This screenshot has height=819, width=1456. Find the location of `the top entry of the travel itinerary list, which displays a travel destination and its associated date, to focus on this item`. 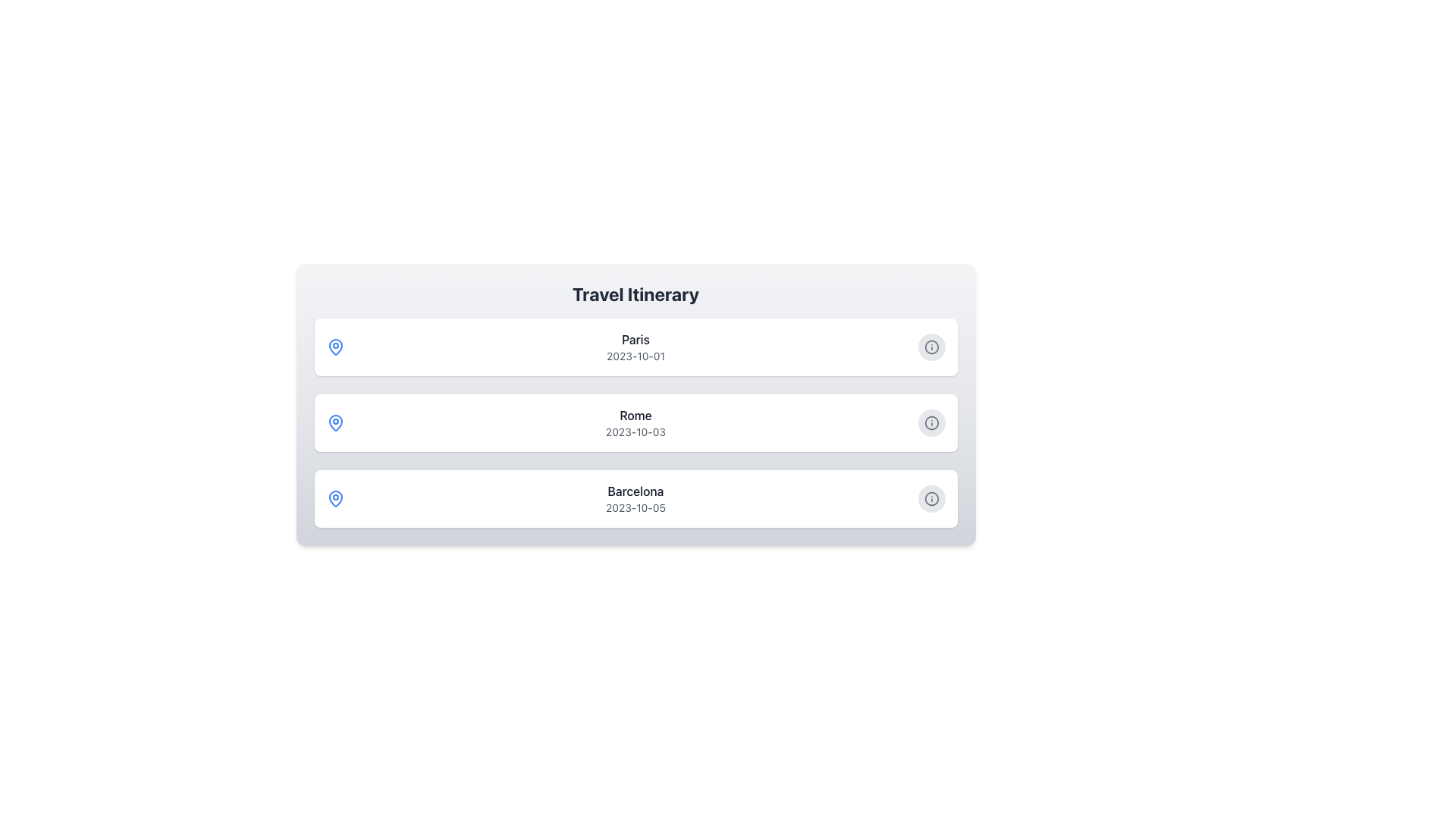

the top entry of the travel itinerary list, which displays a travel destination and its associated date, to focus on this item is located at coordinates (635, 347).